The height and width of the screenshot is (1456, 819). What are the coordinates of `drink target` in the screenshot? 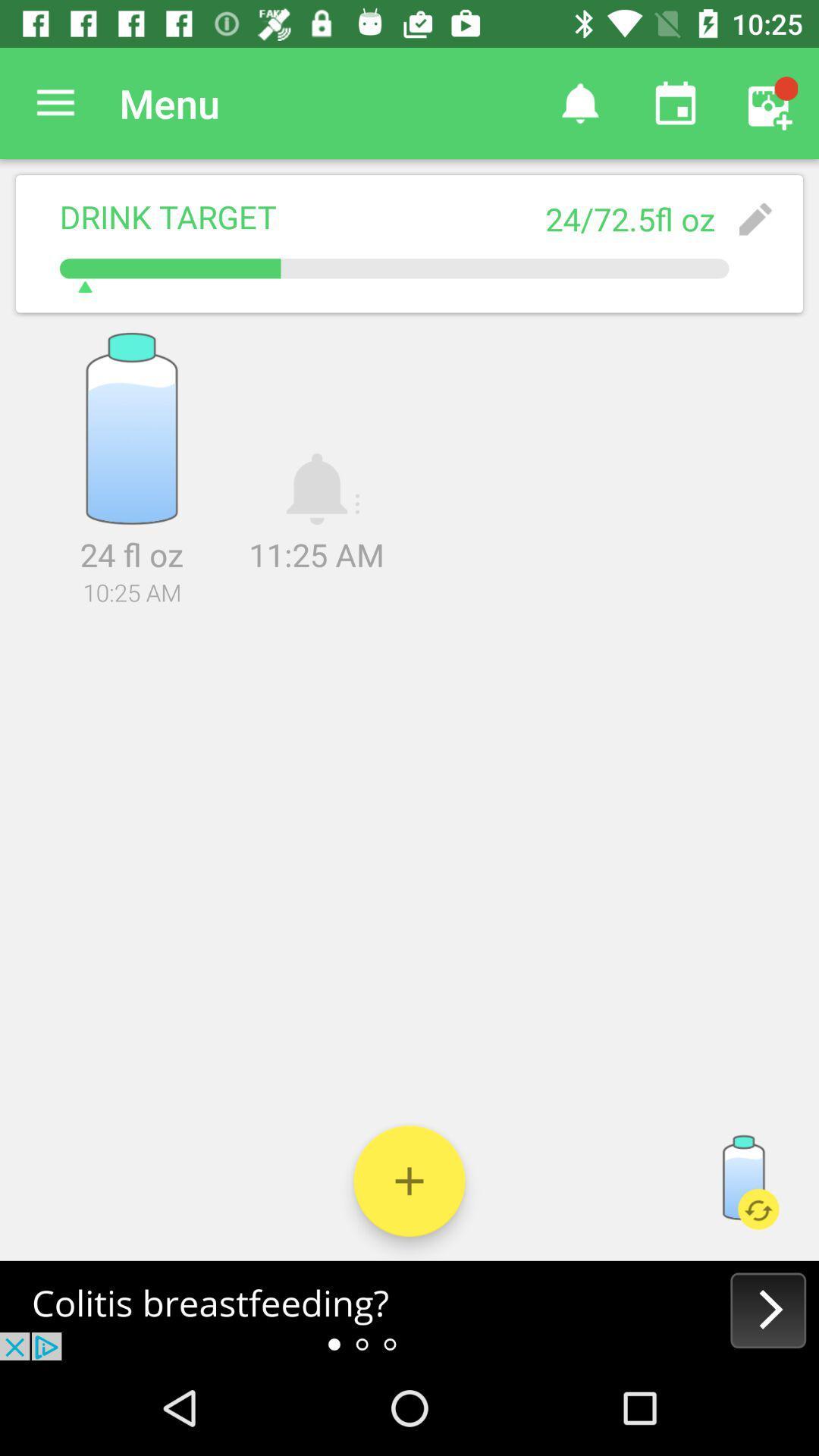 It's located at (409, 1180).